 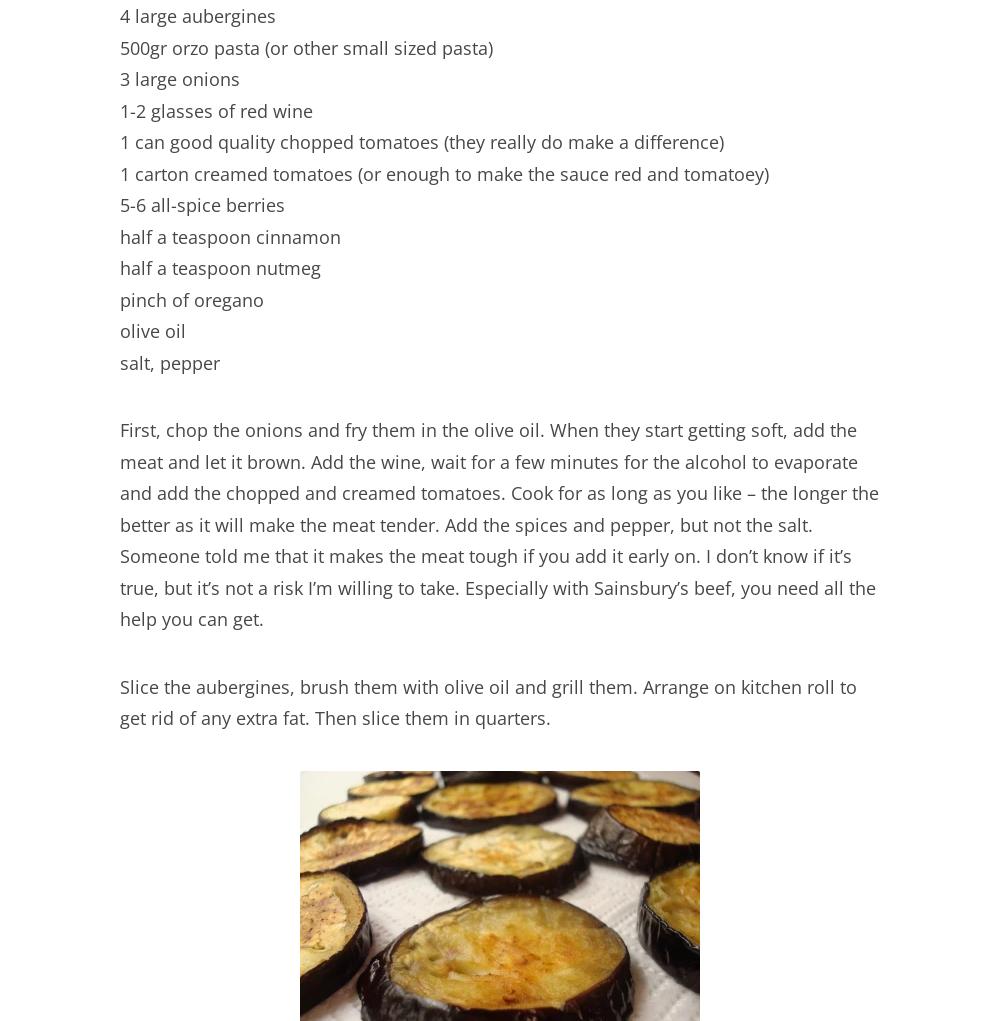 I want to click on '4 large aubergines', so click(x=197, y=15).